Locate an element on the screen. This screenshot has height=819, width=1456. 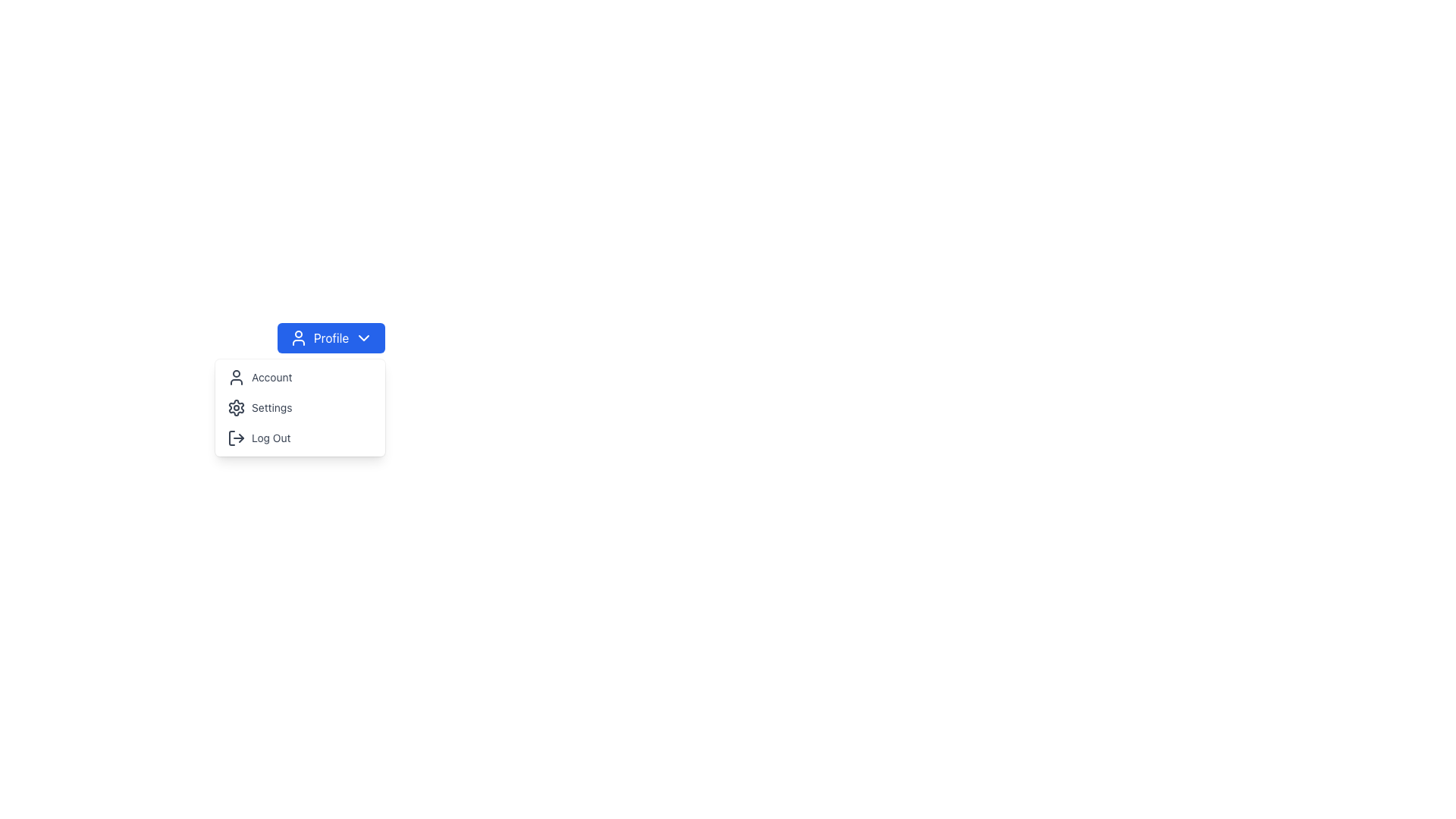
the 'Settings' icon, which is the leftmost component in the dropdown menu associated with configuring user preferences is located at coordinates (236, 406).